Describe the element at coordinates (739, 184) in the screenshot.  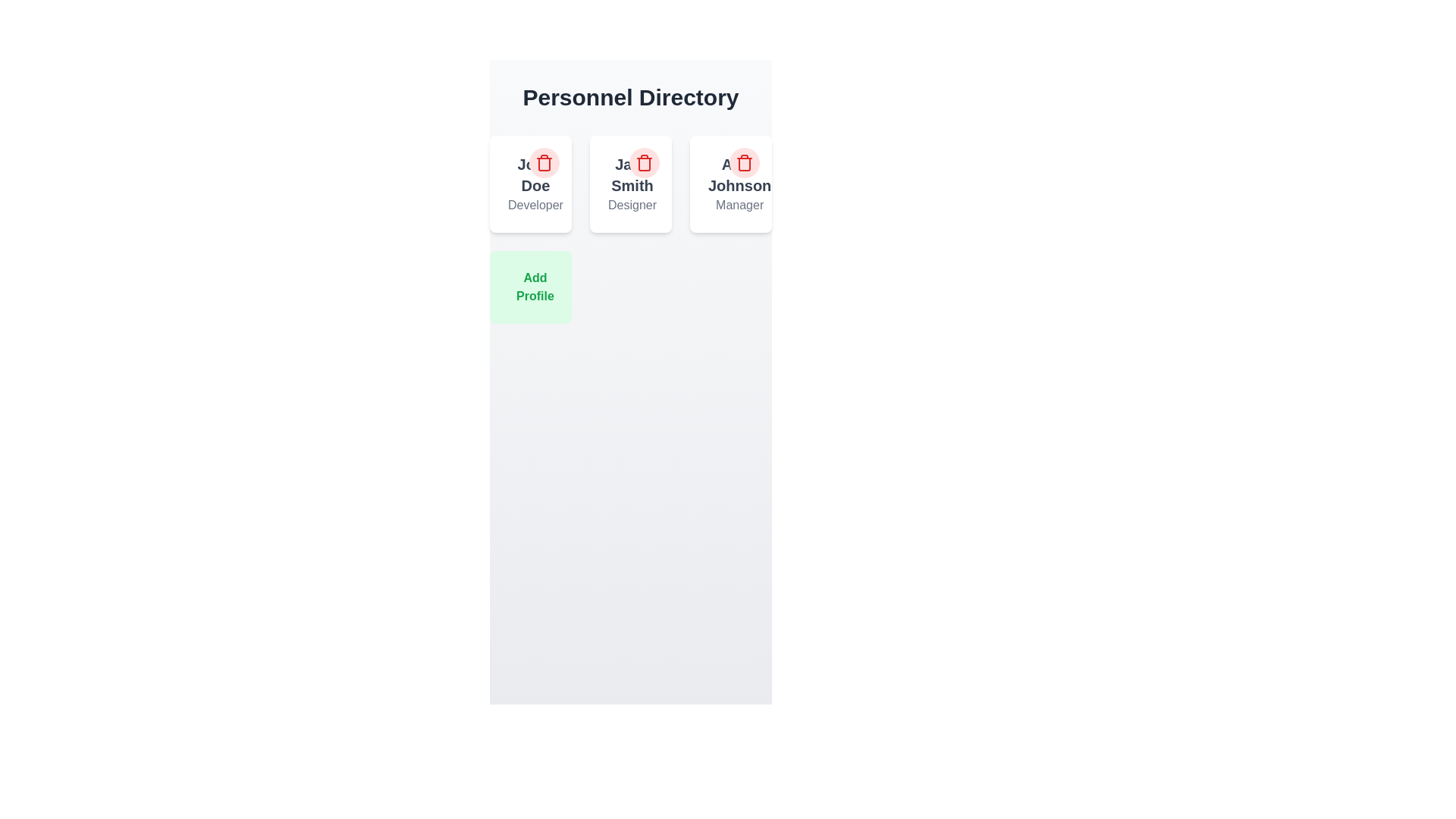
I see `the information display block containing the name 'Alice Johnson' and title 'Manager', which is the third card in a grid layout` at that location.